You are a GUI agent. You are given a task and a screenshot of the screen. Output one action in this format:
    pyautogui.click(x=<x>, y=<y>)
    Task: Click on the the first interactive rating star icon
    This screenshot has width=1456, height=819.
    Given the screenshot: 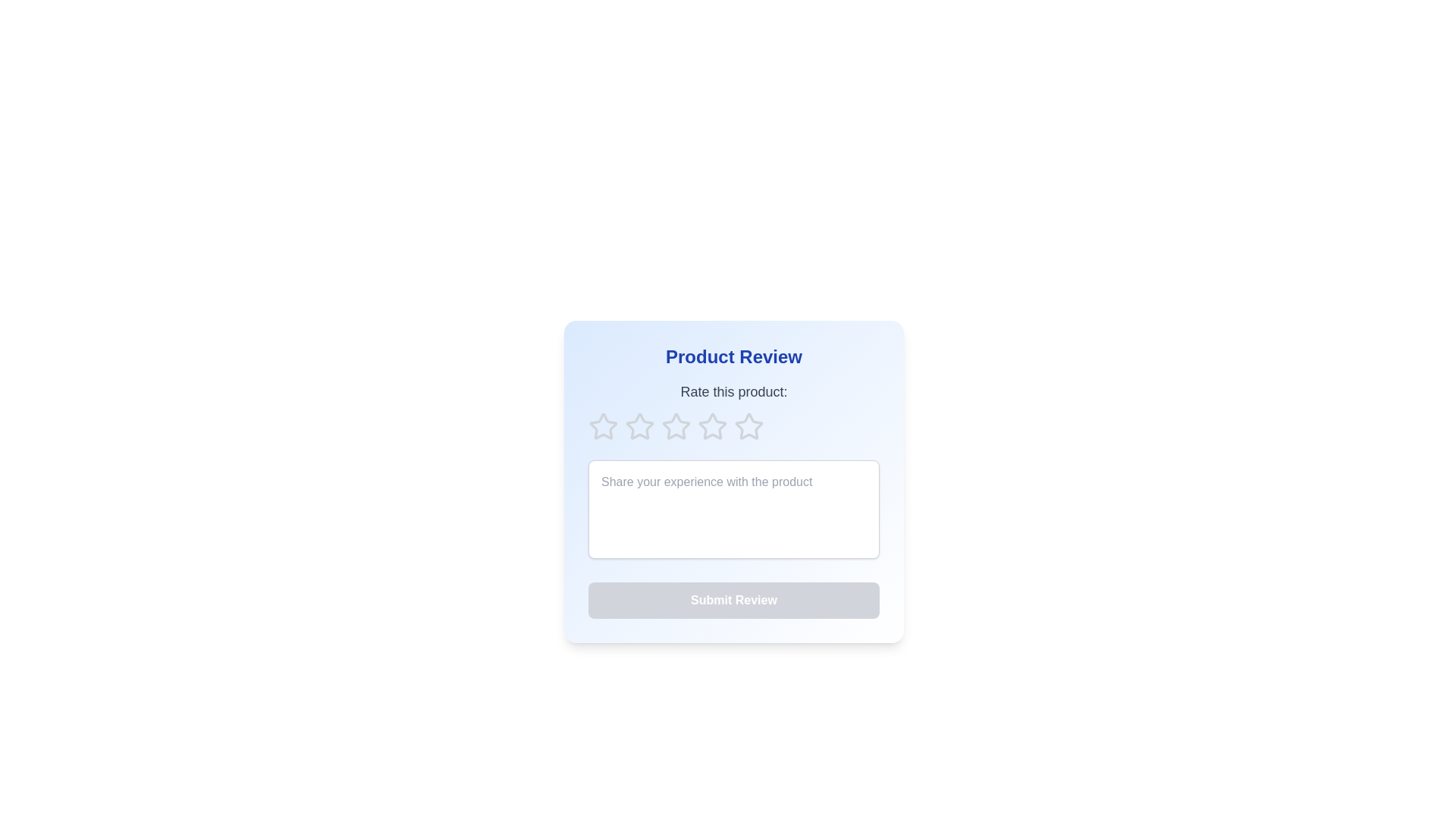 What is the action you would take?
    pyautogui.click(x=603, y=427)
    